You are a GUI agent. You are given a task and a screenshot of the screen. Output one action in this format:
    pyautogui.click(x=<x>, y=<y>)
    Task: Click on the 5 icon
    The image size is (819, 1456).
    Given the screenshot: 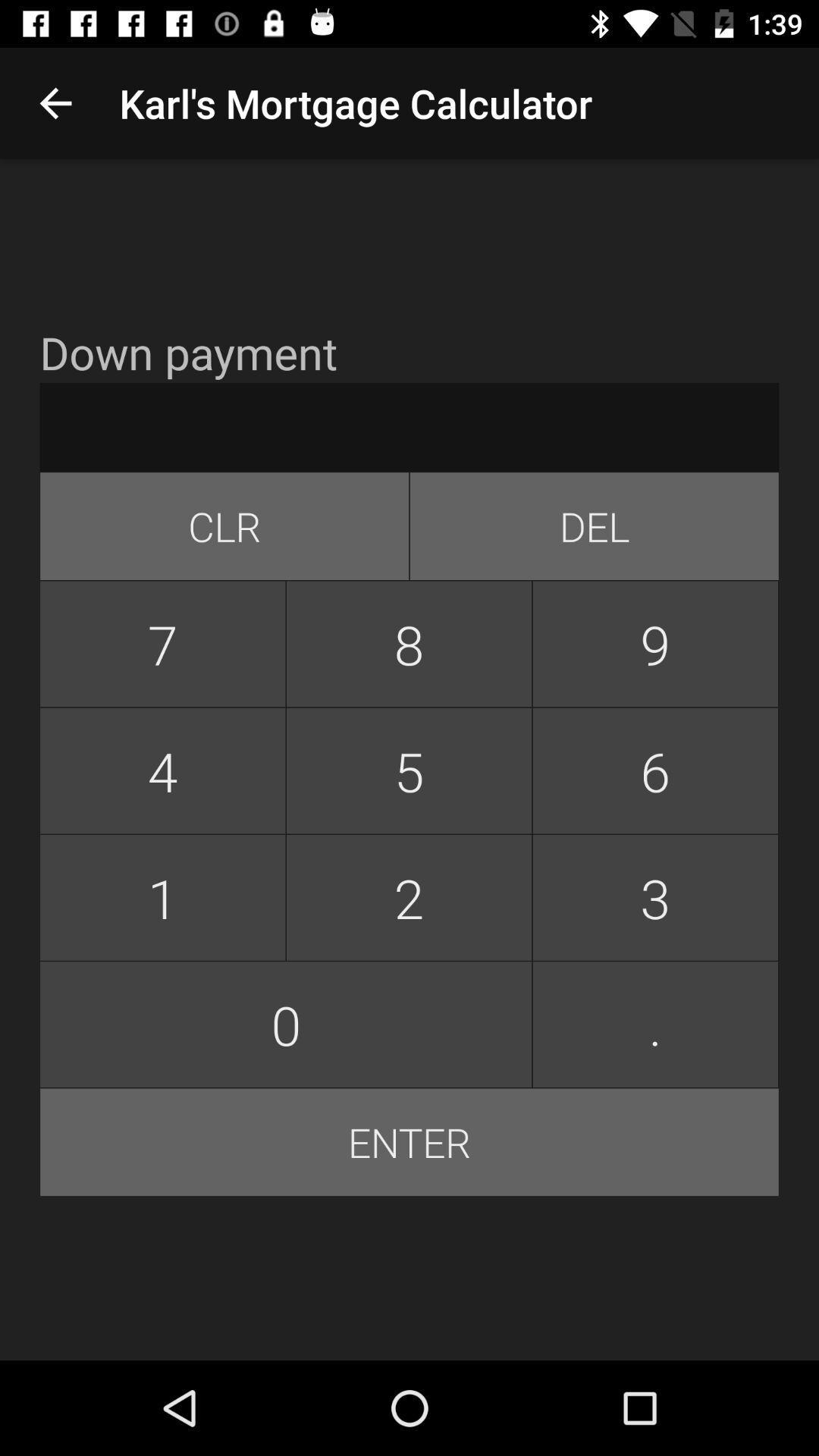 What is the action you would take?
    pyautogui.click(x=408, y=770)
    